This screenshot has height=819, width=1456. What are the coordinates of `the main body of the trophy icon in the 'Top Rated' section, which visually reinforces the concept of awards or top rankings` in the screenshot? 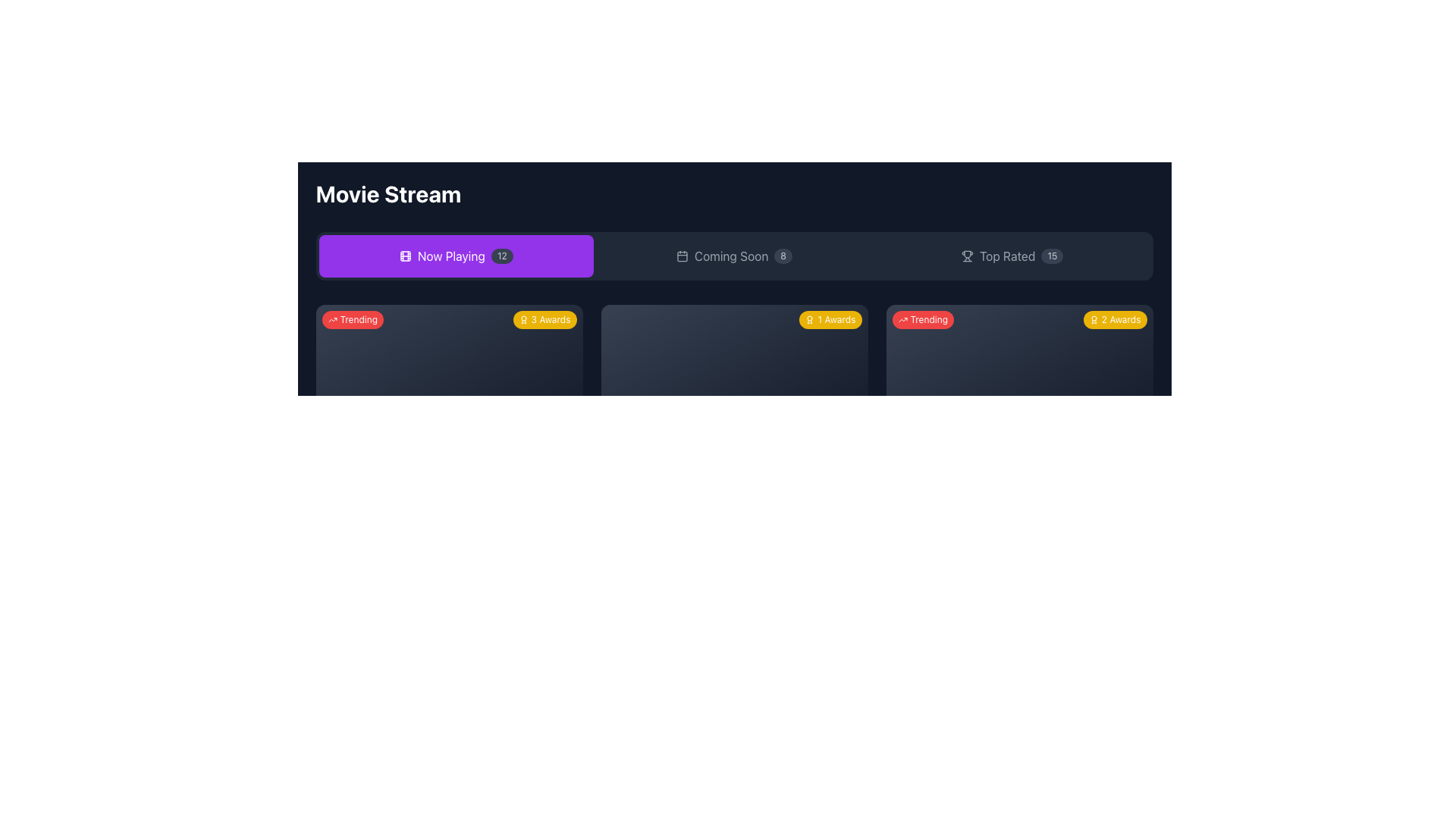 It's located at (967, 253).